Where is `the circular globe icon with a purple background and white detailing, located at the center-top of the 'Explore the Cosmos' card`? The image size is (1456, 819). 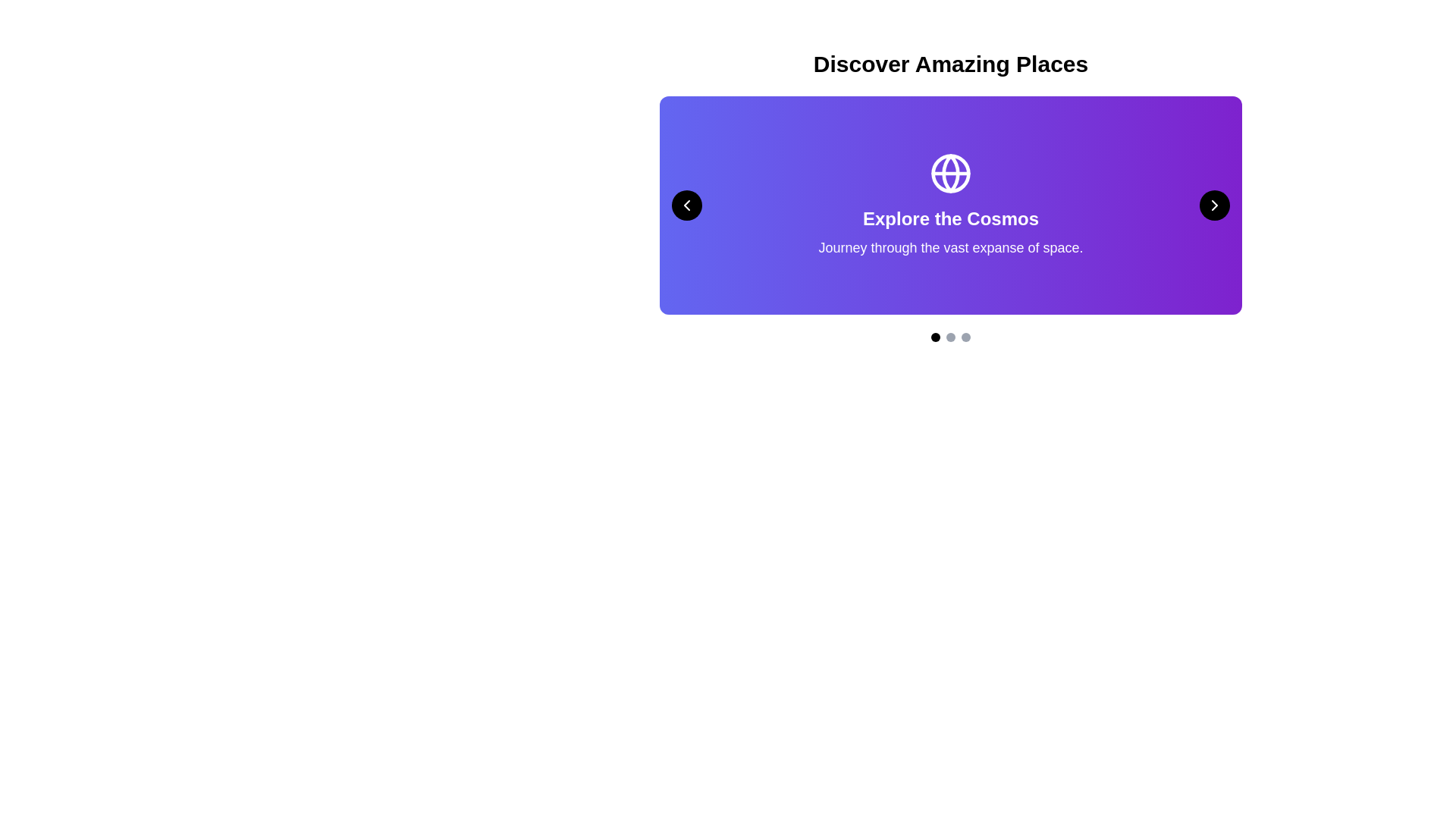
the circular globe icon with a purple background and white detailing, located at the center-top of the 'Explore the Cosmos' card is located at coordinates (949, 172).